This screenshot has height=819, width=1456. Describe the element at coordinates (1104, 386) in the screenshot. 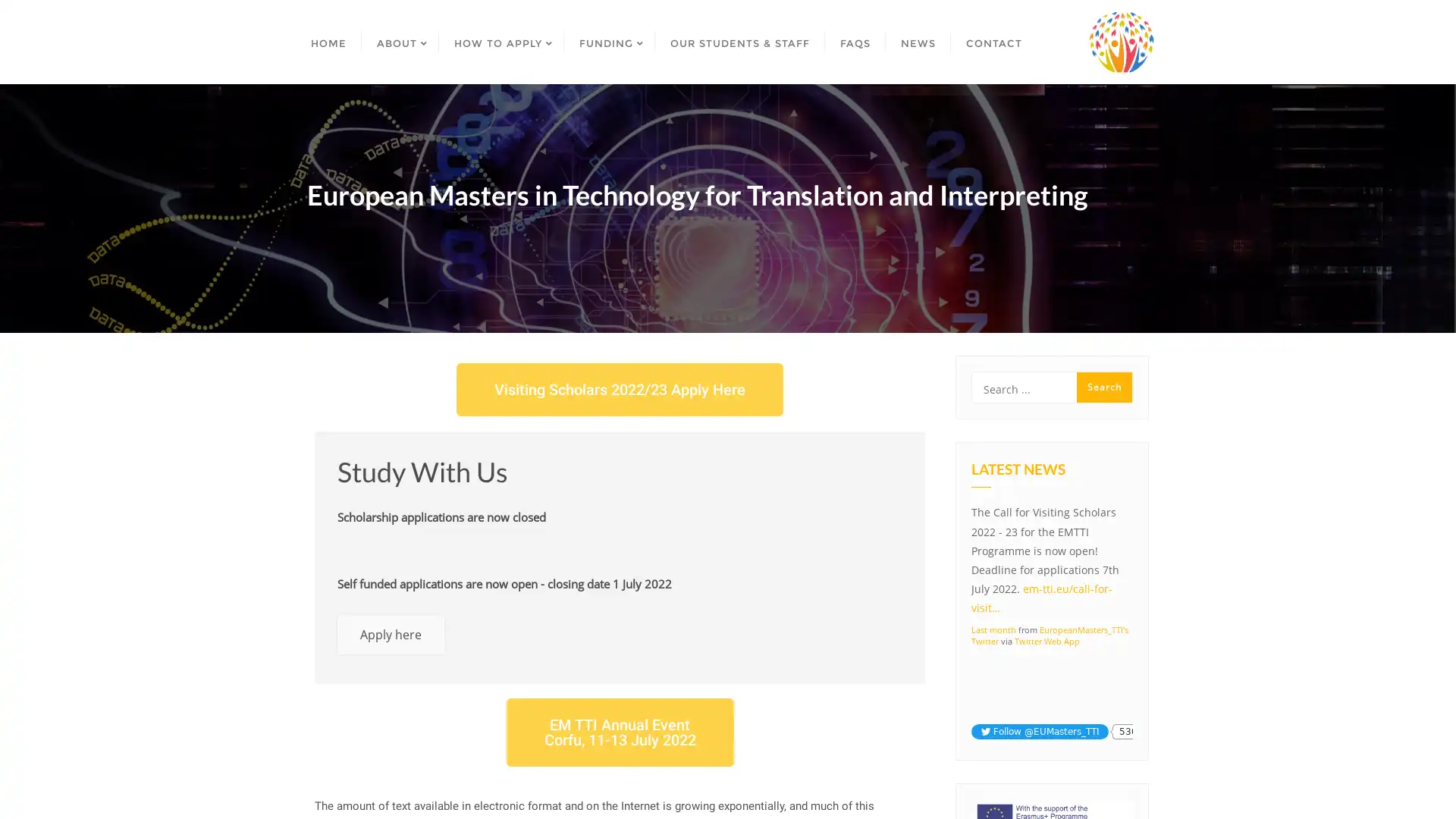

I see `Search` at that location.